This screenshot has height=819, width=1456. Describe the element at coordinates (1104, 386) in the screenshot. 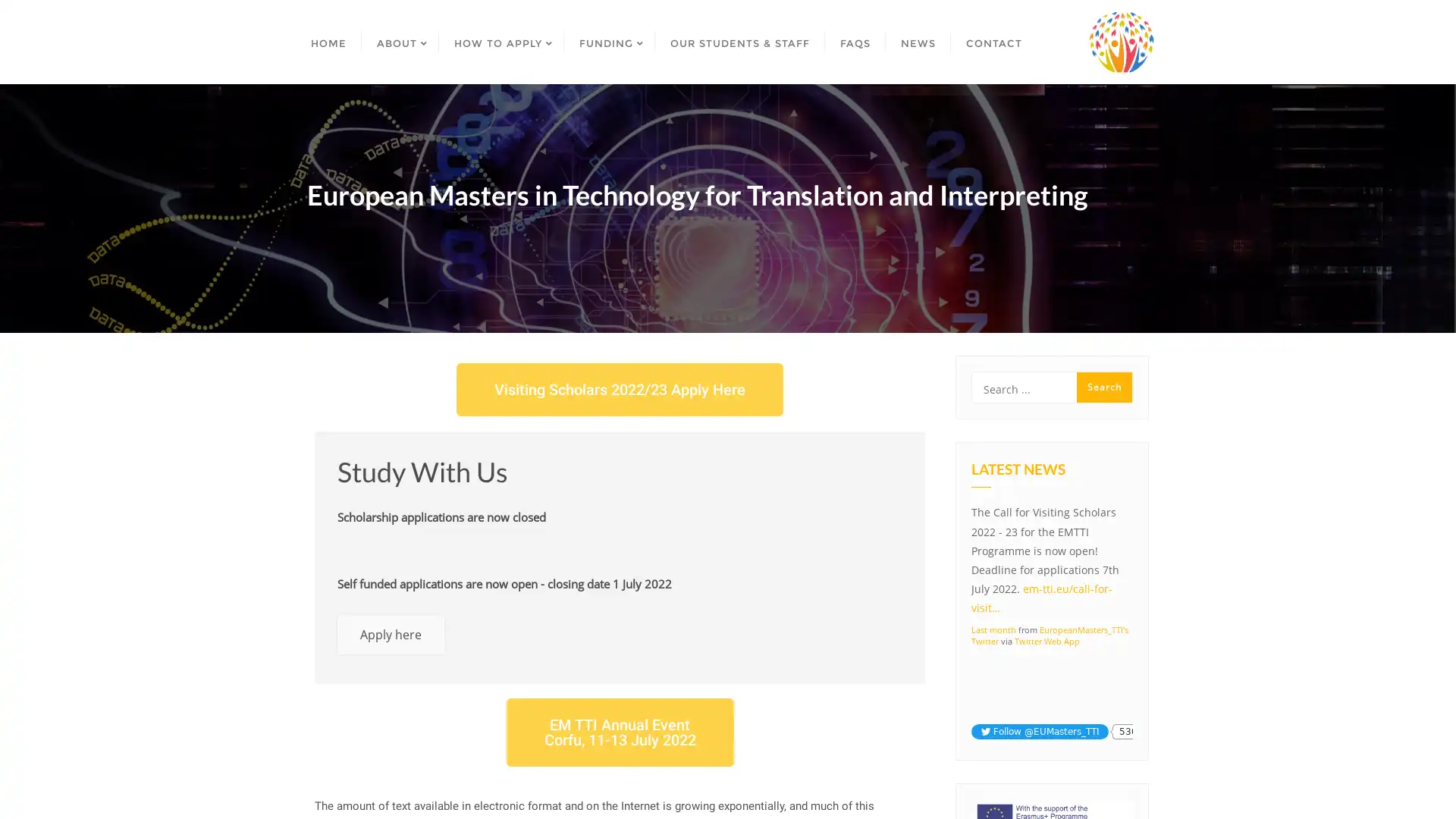

I see `Search` at that location.